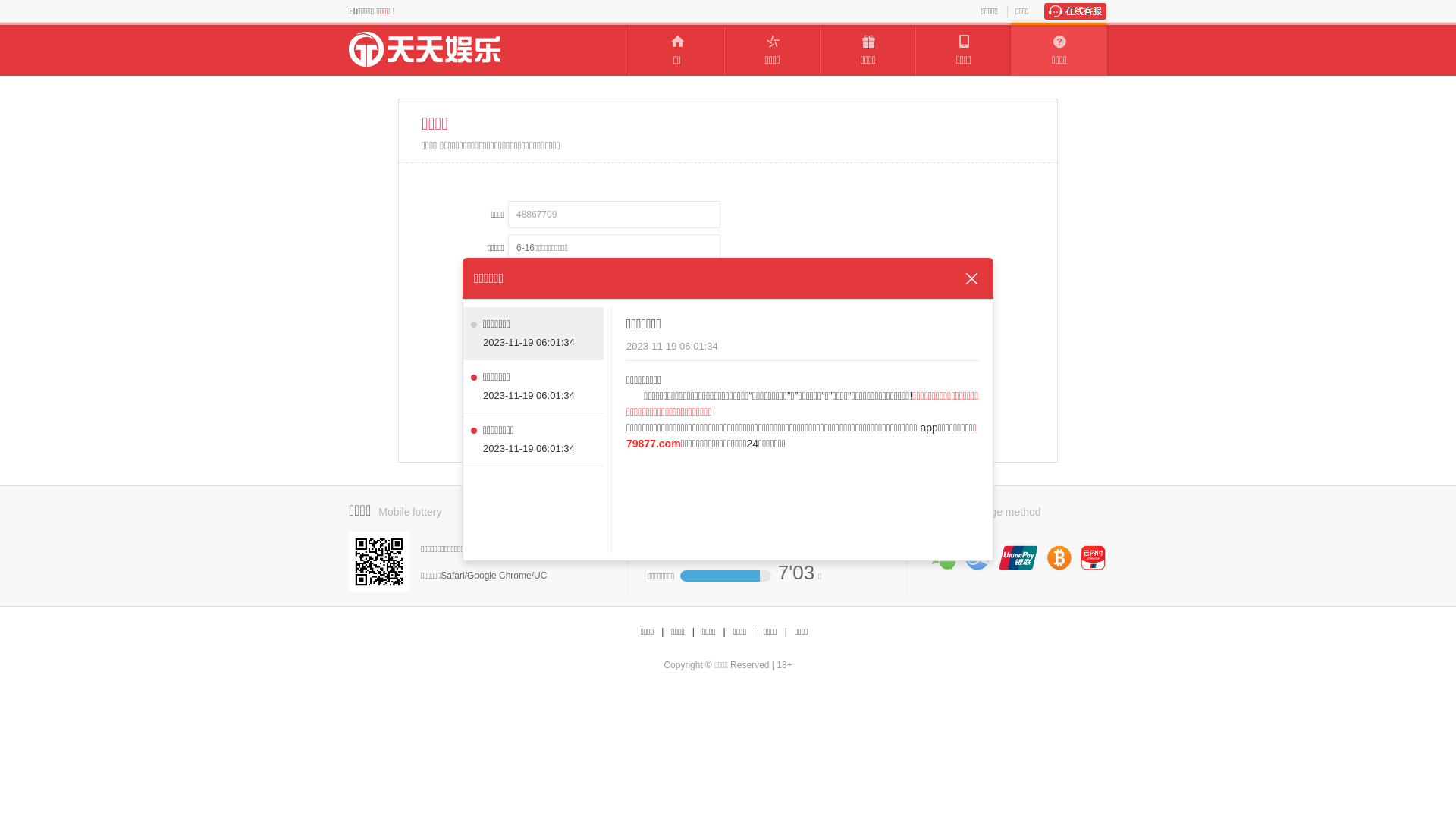 The width and height of the screenshot is (1456, 819). What do you see at coordinates (723, 632) in the screenshot?
I see `'|'` at bounding box center [723, 632].